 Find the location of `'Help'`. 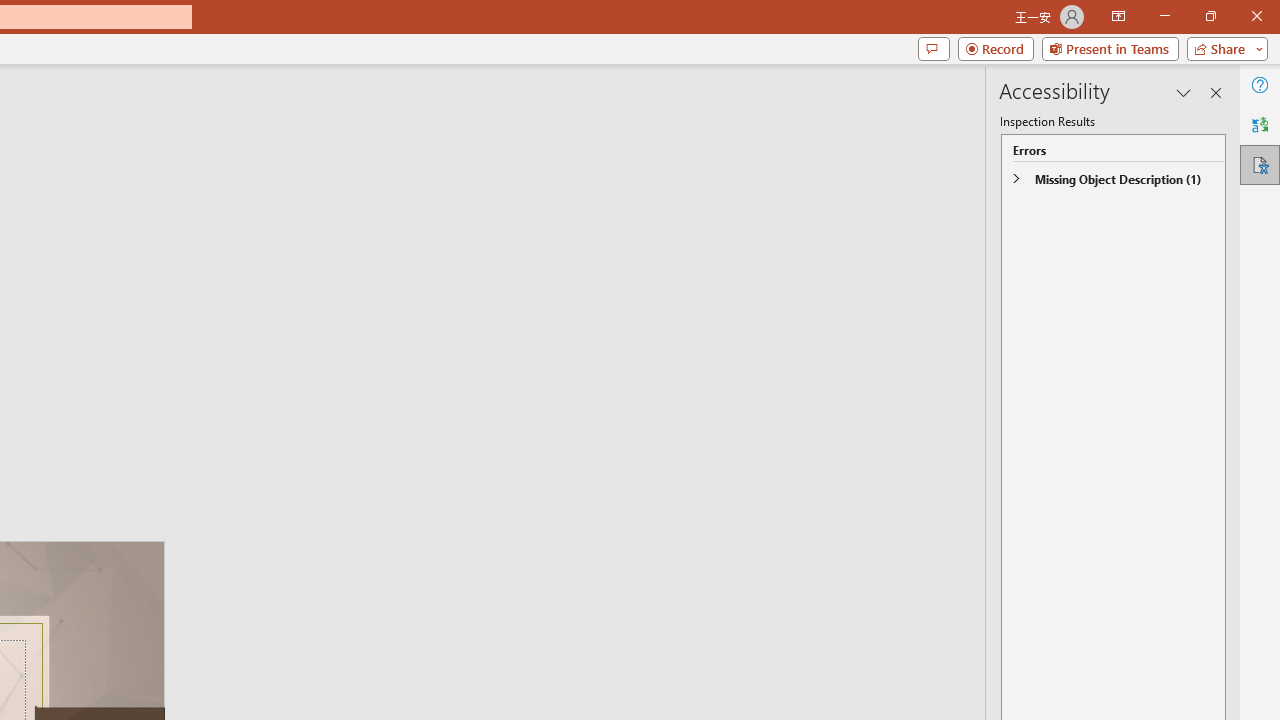

'Help' is located at coordinates (1259, 83).